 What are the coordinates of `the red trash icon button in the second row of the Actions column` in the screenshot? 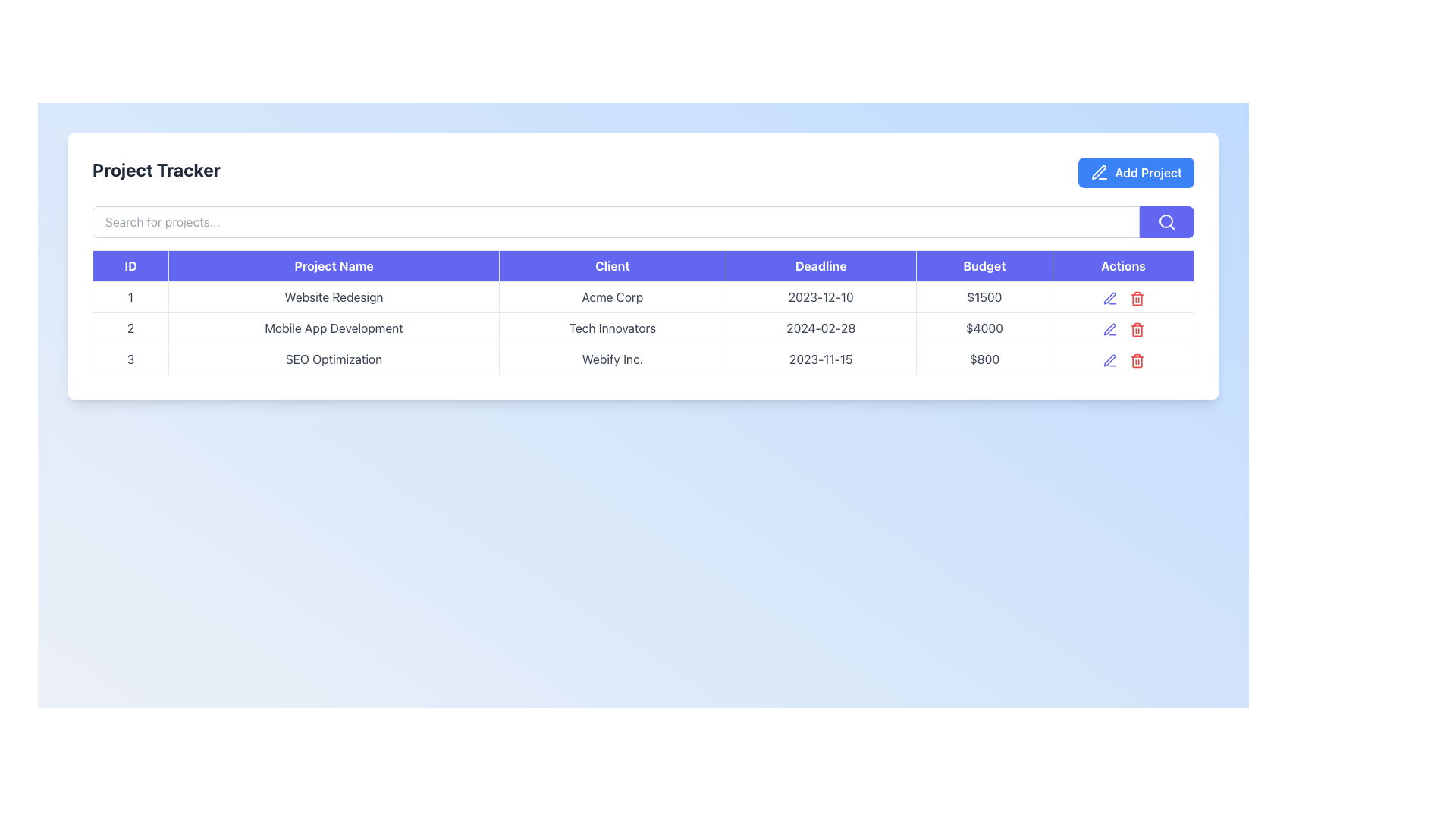 It's located at (1137, 327).